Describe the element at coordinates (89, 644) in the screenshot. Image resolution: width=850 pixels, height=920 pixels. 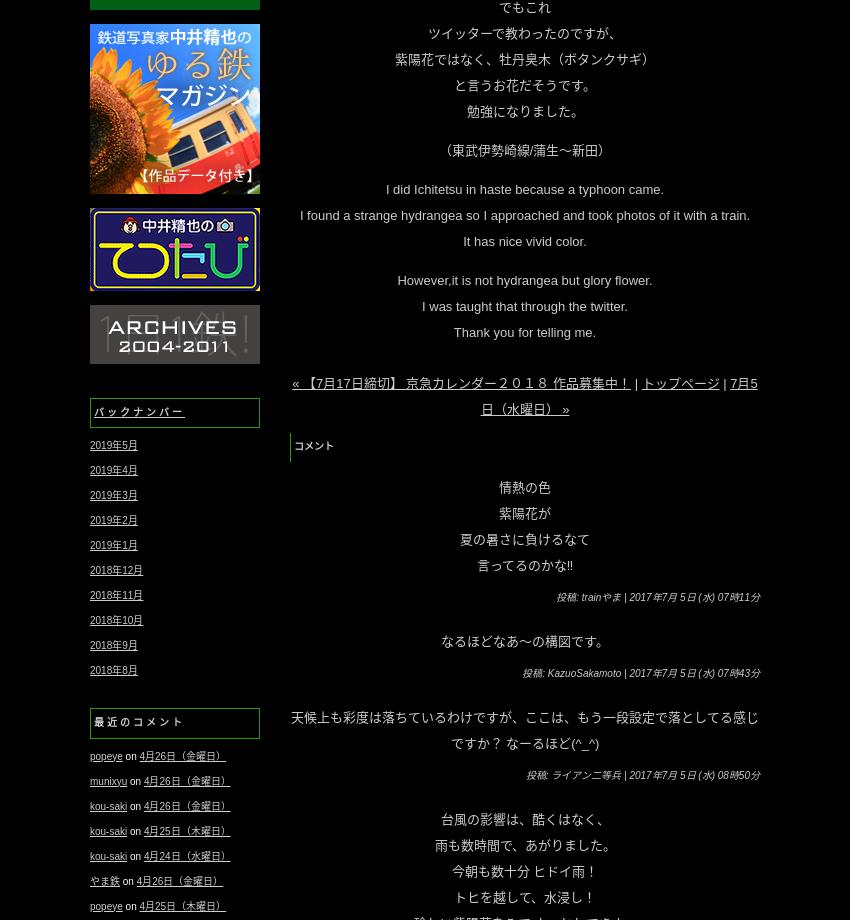
I see `'2018年9月'` at that location.